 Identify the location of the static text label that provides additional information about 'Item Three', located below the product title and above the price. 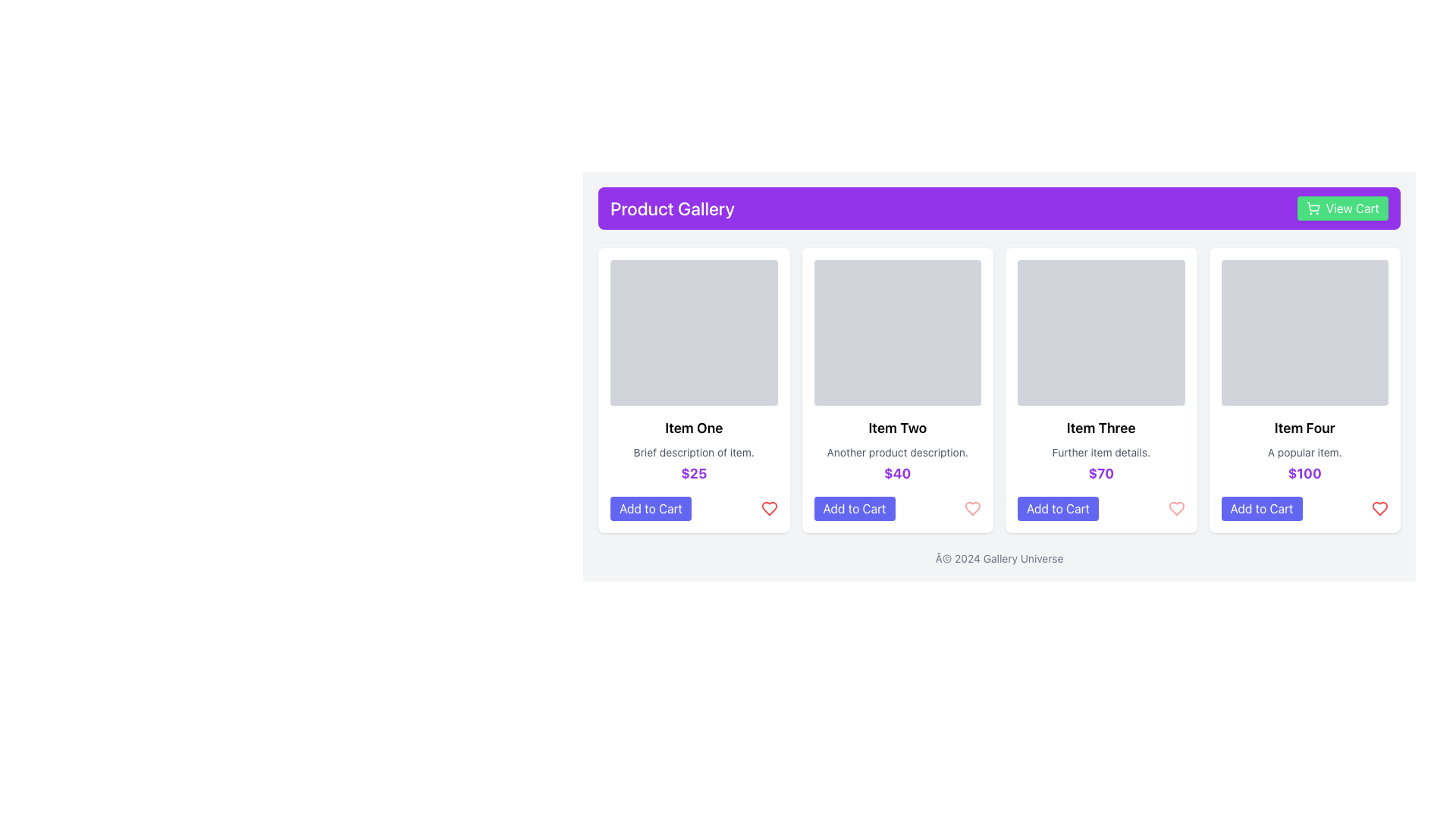
(1101, 452).